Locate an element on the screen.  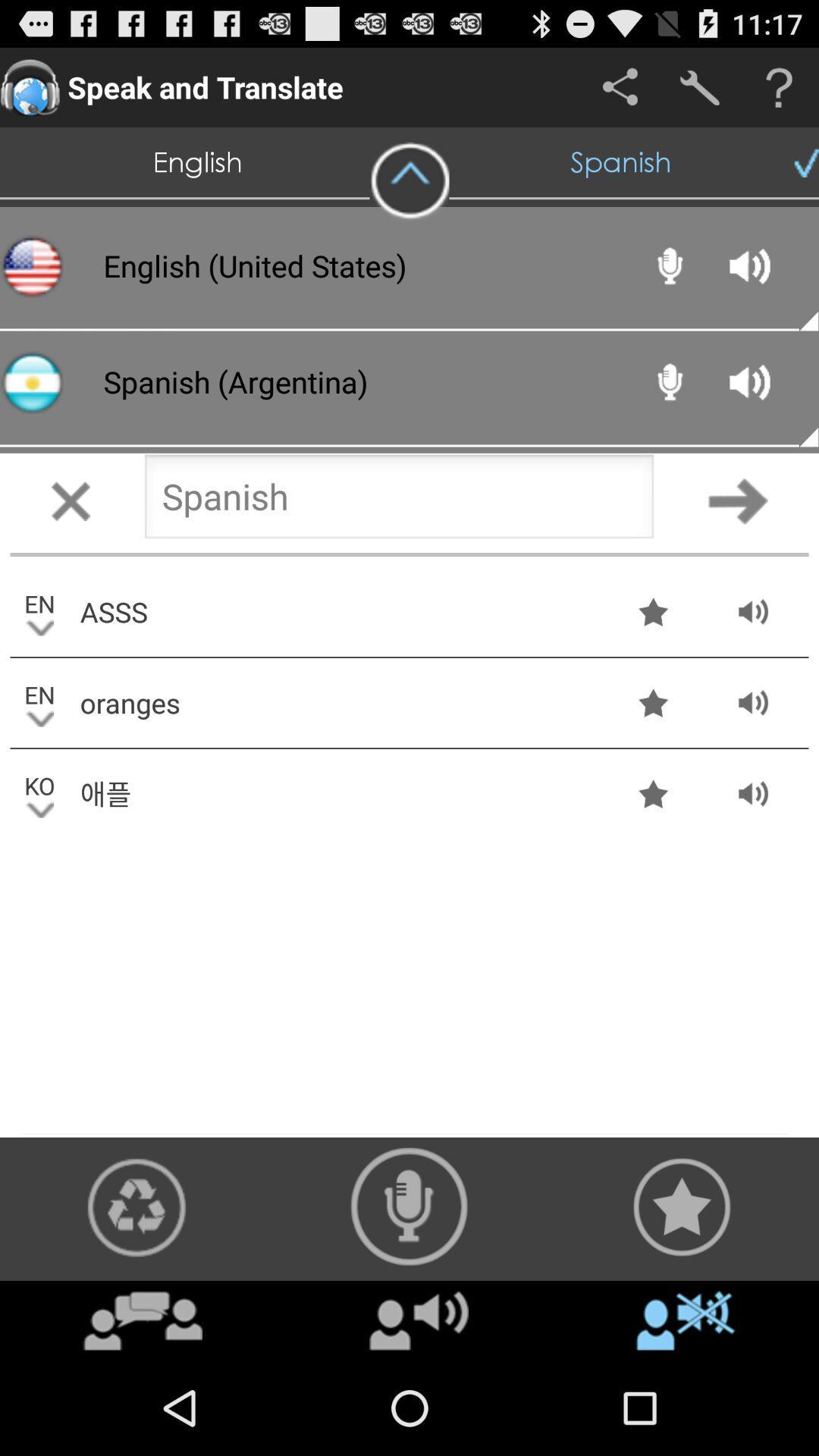
settings is located at coordinates (699, 86).